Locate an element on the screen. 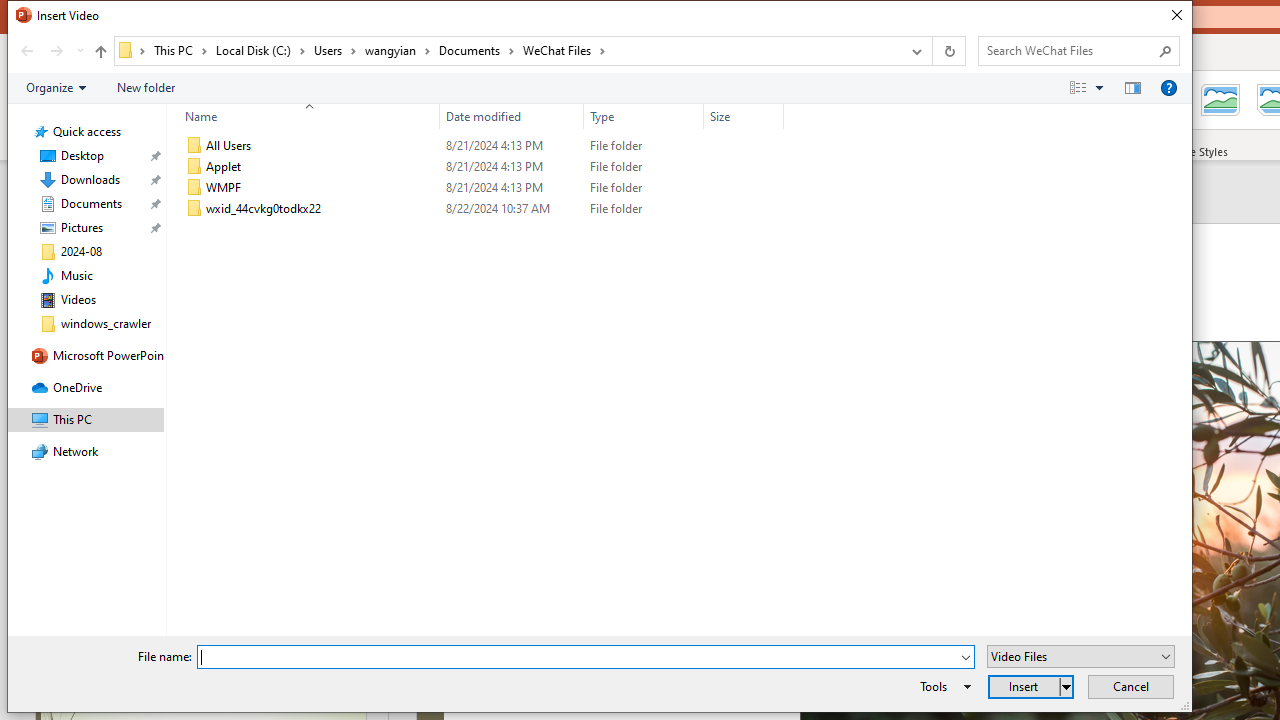 This screenshot has width=1280, height=720. 'Filter dropdown' is located at coordinates (774, 116).